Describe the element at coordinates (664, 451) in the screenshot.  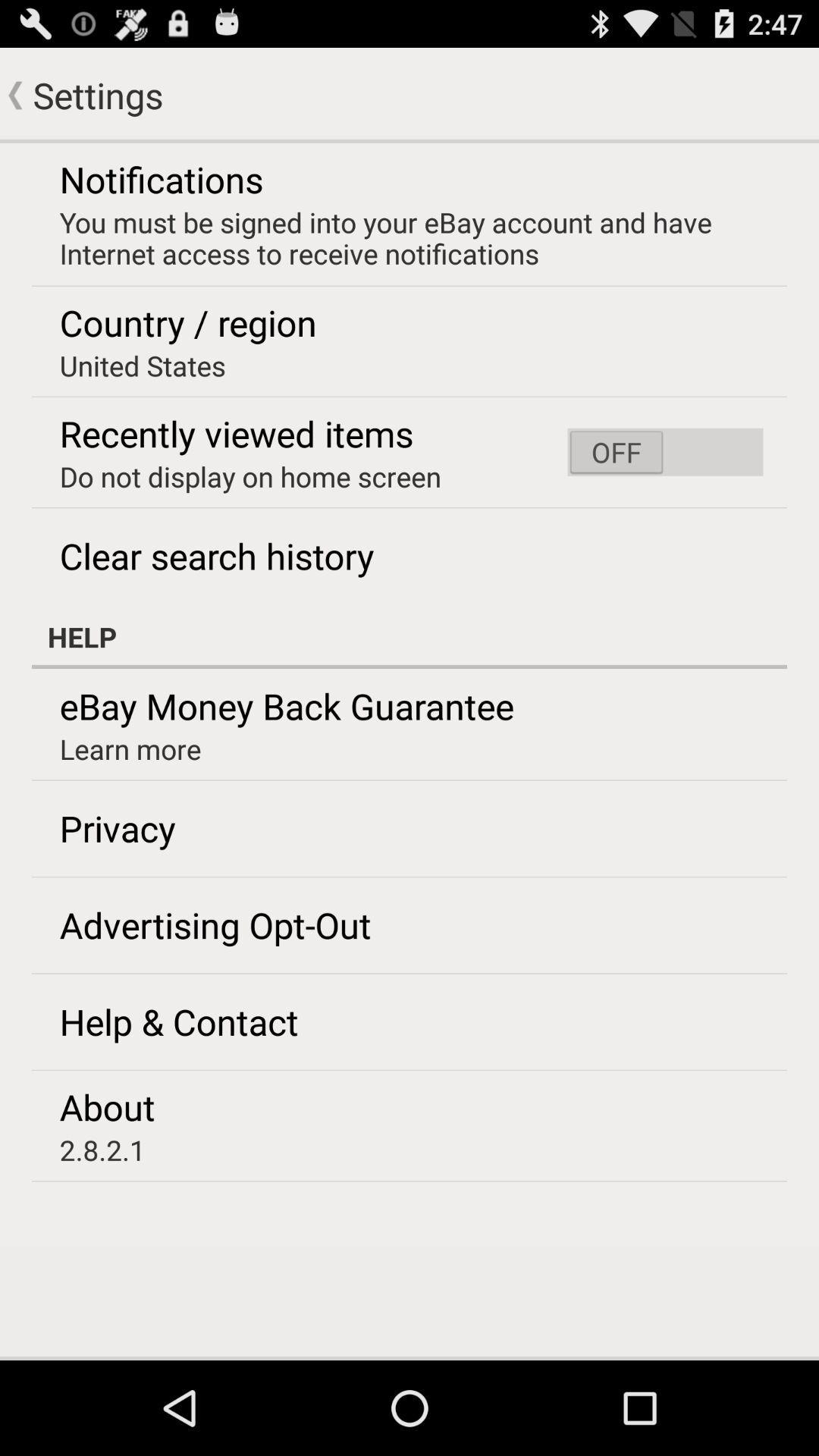
I see `the icon at the top right corner` at that location.